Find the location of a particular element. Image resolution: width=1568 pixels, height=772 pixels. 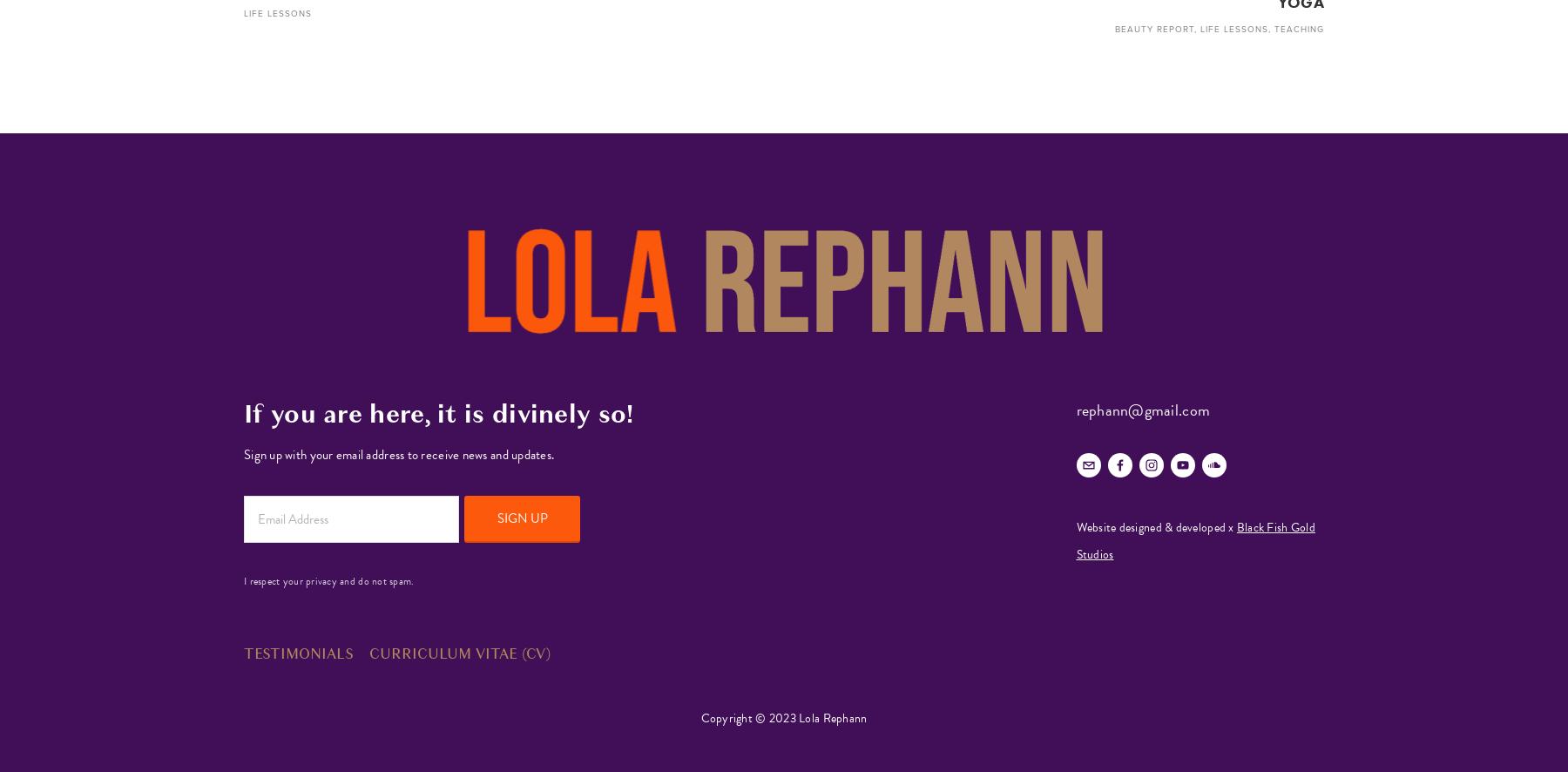

'I respect your privacy and do not spam.' is located at coordinates (328, 579).